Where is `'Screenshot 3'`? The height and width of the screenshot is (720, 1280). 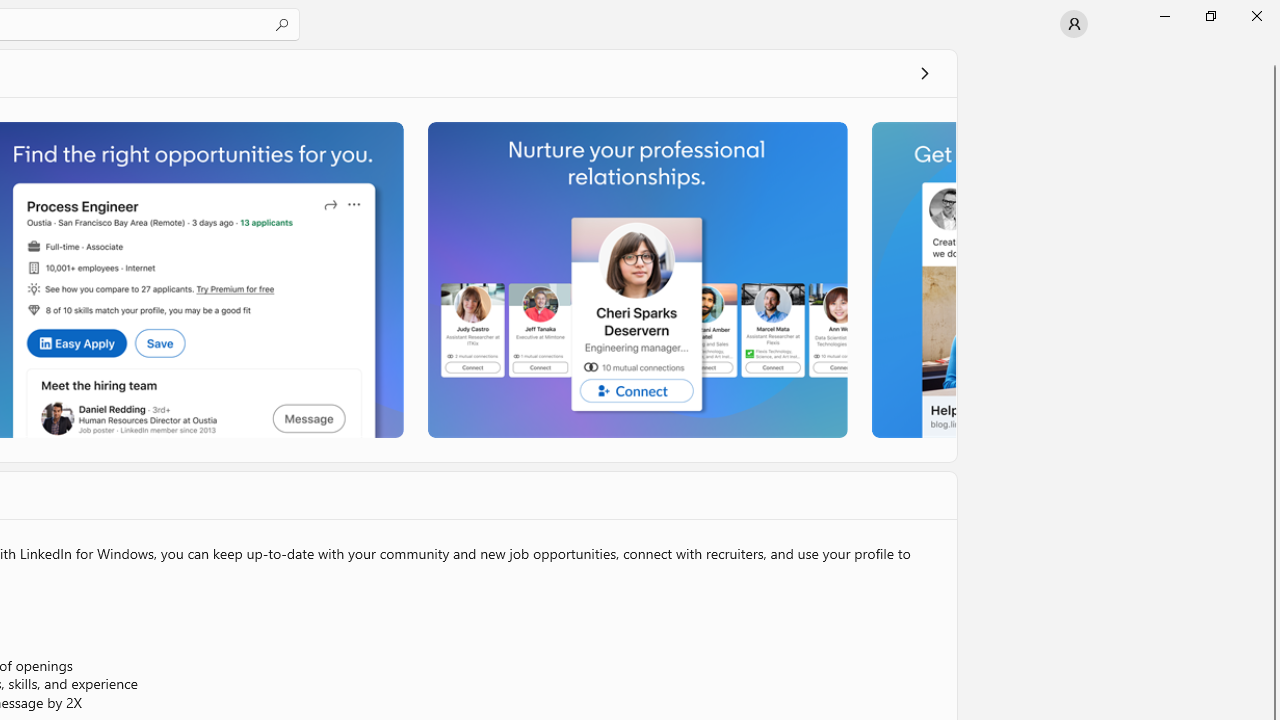 'Screenshot 3' is located at coordinates (635, 279).